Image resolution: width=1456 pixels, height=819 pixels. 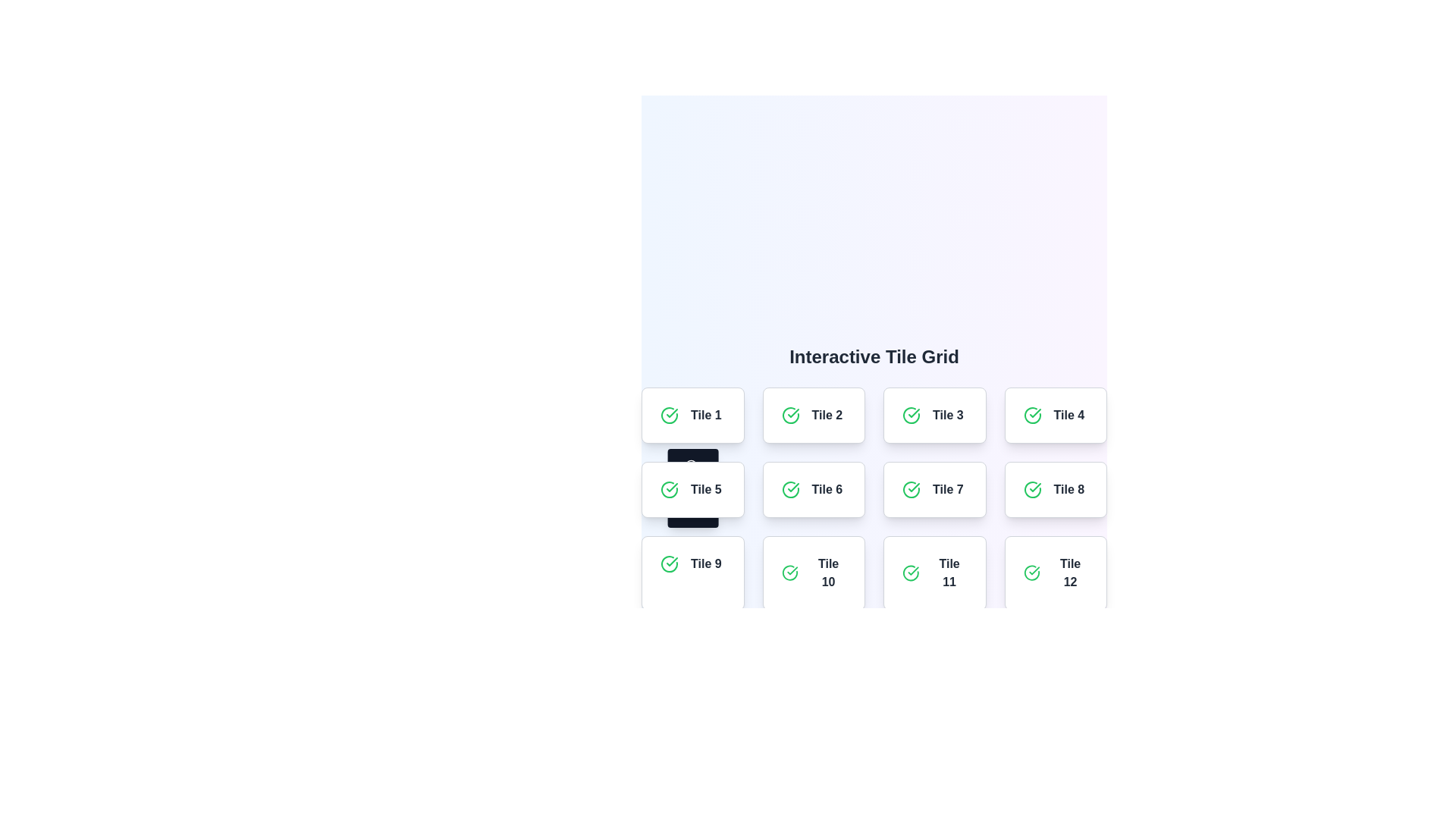 What do you see at coordinates (1031, 415) in the screenshot?
I see `the green circular checkmark icon located to the left of the 'Tile 4' label in the top right section of the grid layout` at bounding box center [1031, 415].